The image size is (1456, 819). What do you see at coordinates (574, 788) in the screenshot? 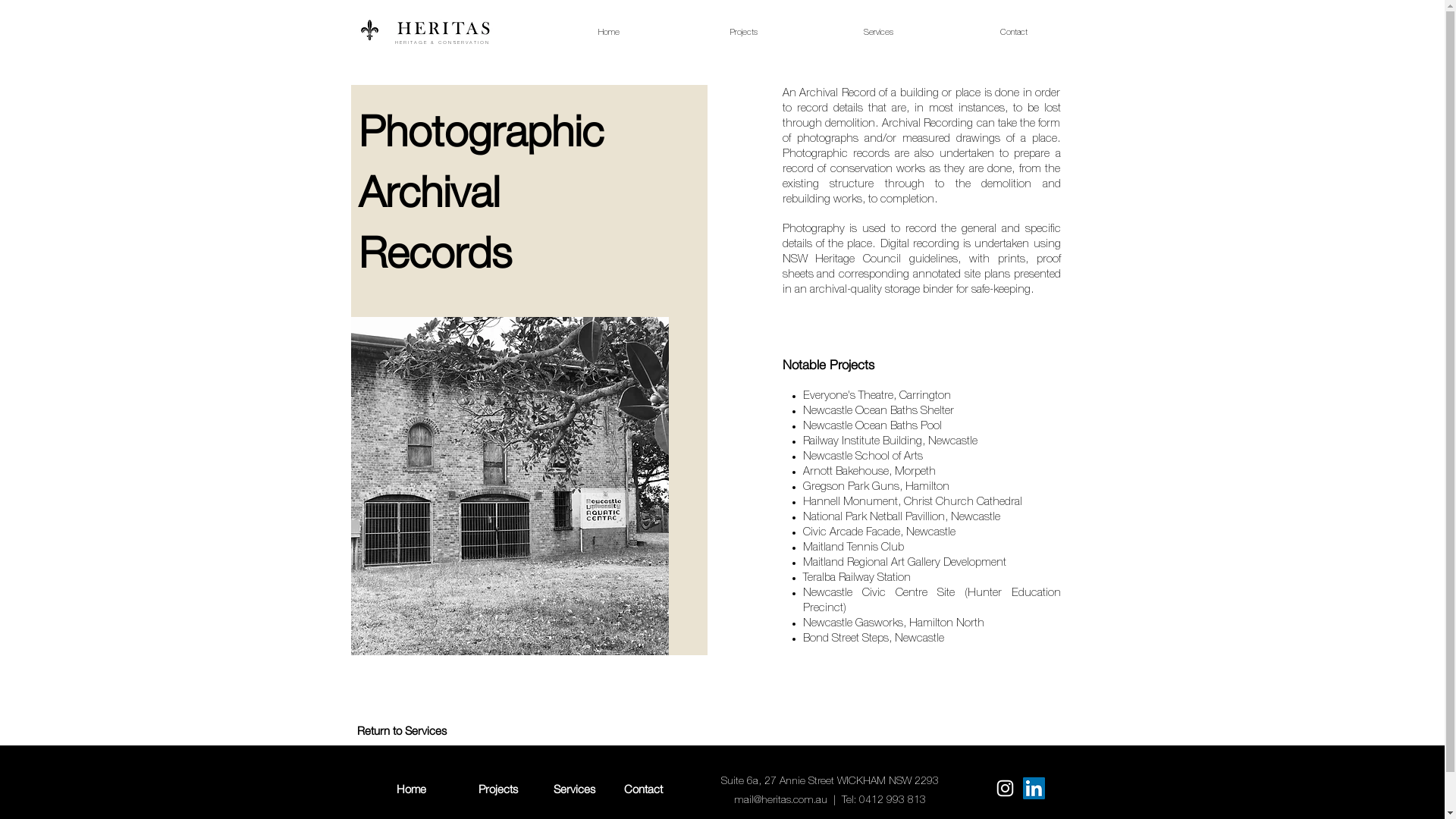
I see `'Services'` at bounding box center [574, 788].